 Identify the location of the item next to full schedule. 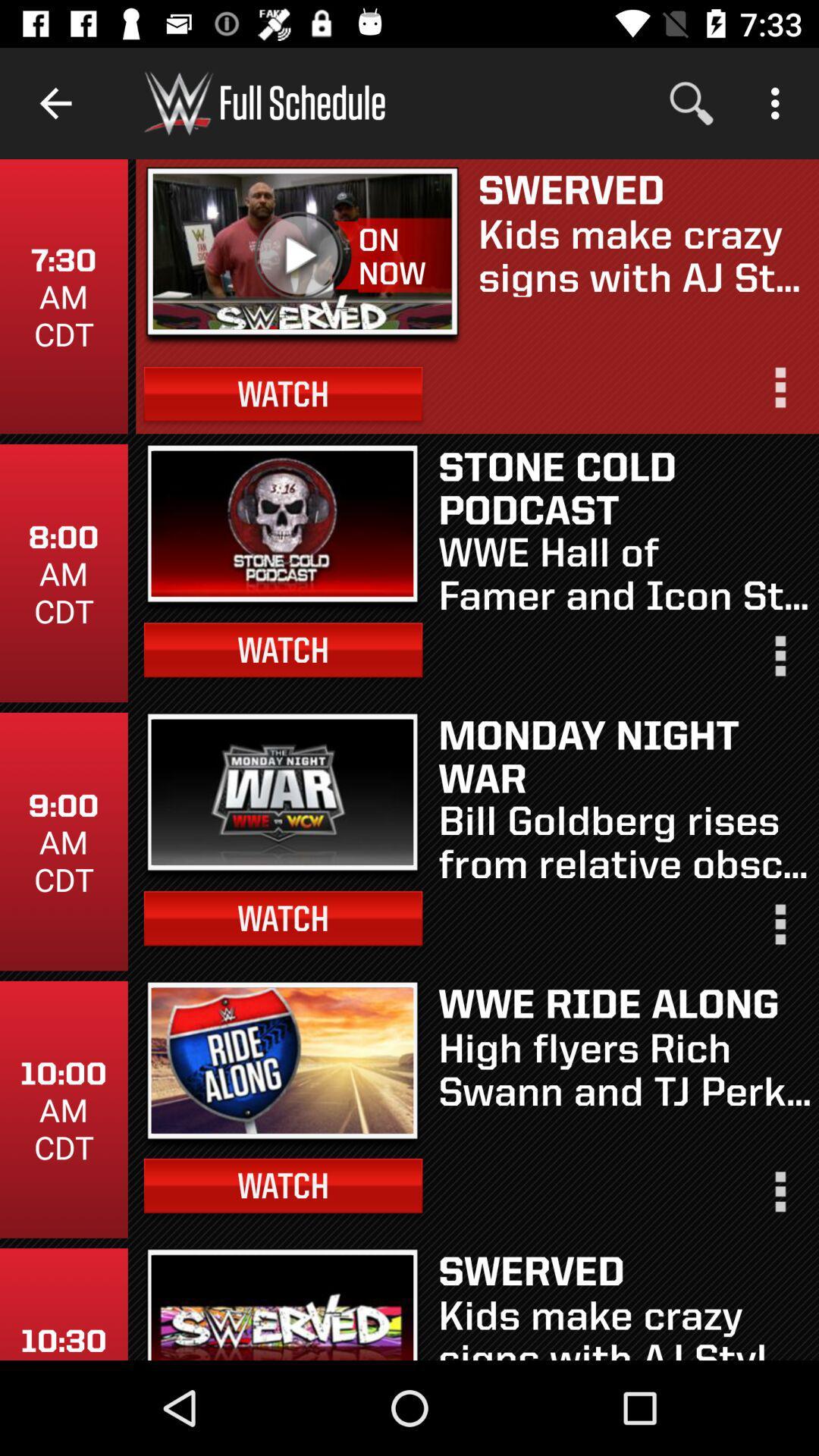
(691, 102).